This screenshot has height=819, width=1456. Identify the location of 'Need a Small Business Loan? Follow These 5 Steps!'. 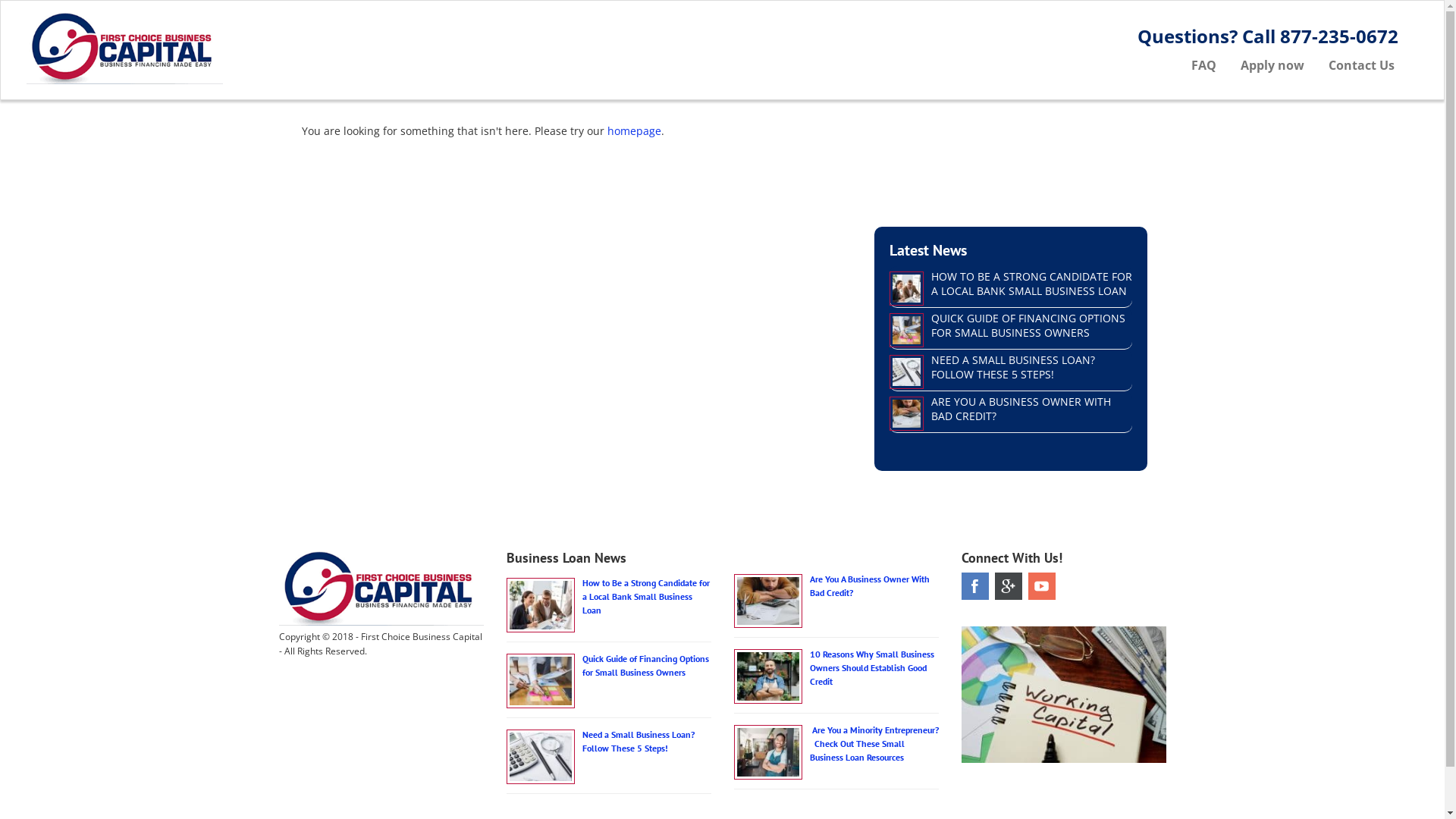
(582, 740).